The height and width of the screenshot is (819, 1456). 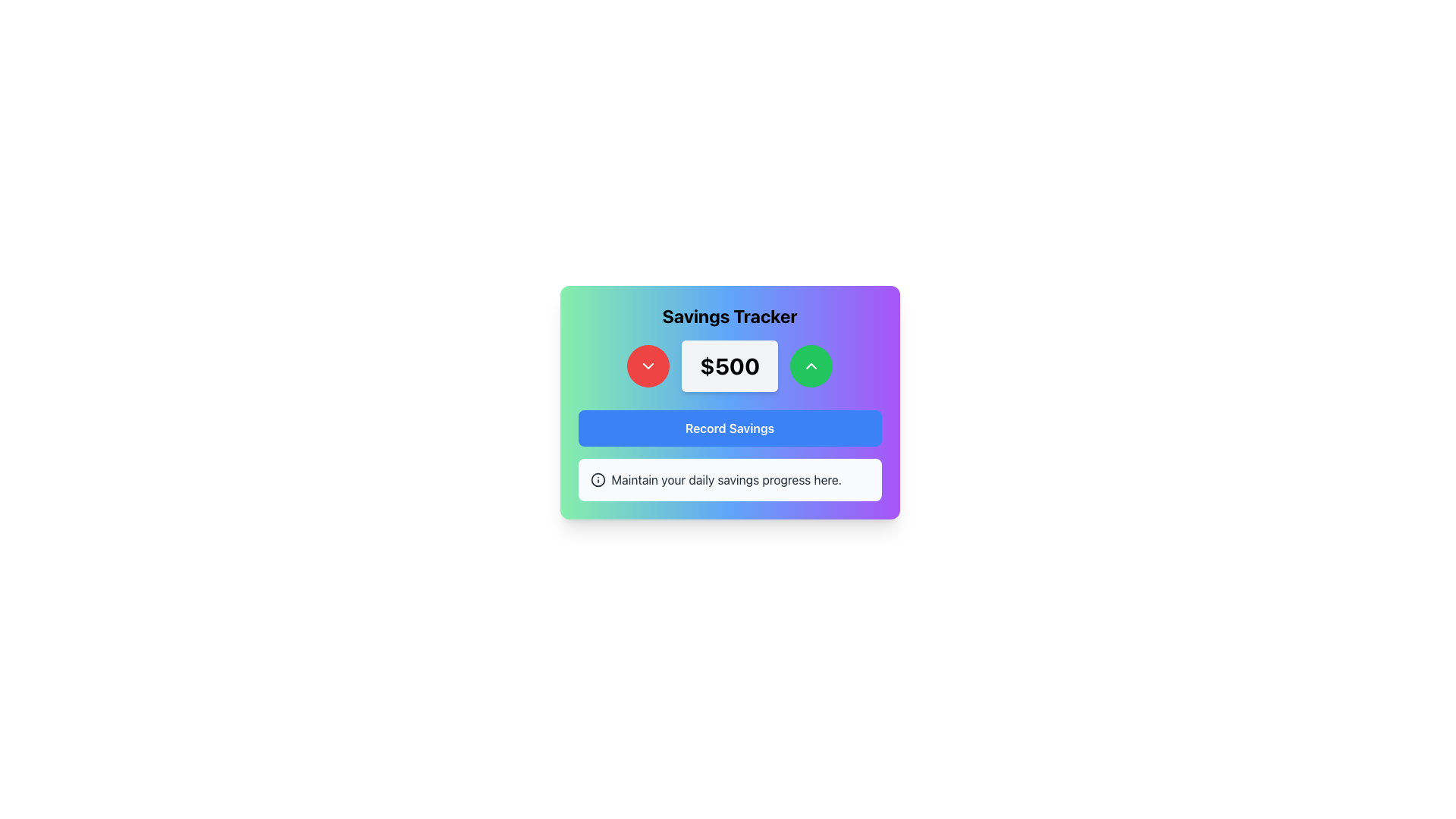 I want to click on the circular red button with a white downward chevron icon located on the left side of the horizontal layout, so click(x=648, y=366).